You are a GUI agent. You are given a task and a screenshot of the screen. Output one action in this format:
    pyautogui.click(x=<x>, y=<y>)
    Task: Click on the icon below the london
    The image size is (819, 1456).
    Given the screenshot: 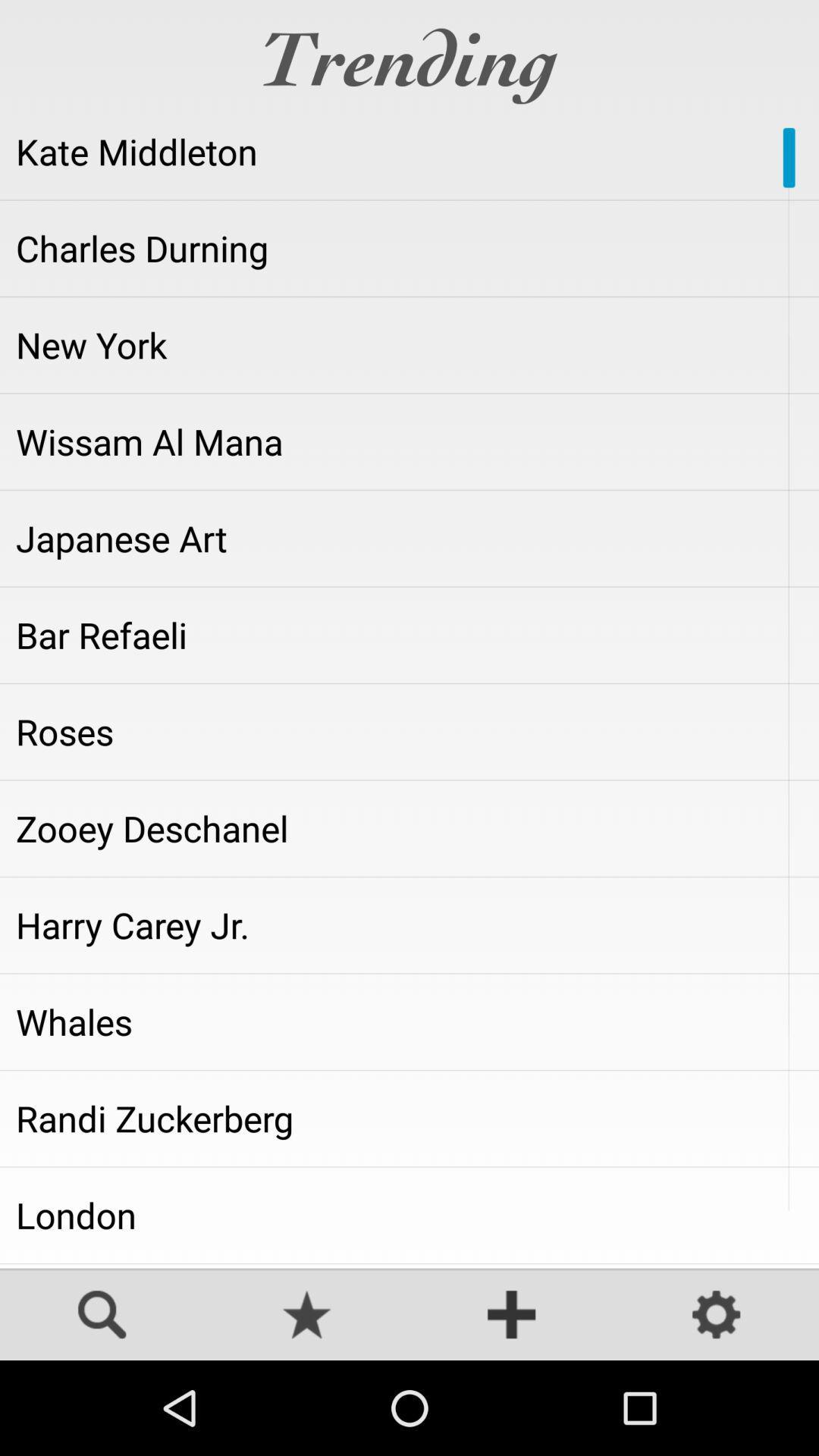 What is the action you would take?
    pyautogui.click(x=409, y=1266)
    